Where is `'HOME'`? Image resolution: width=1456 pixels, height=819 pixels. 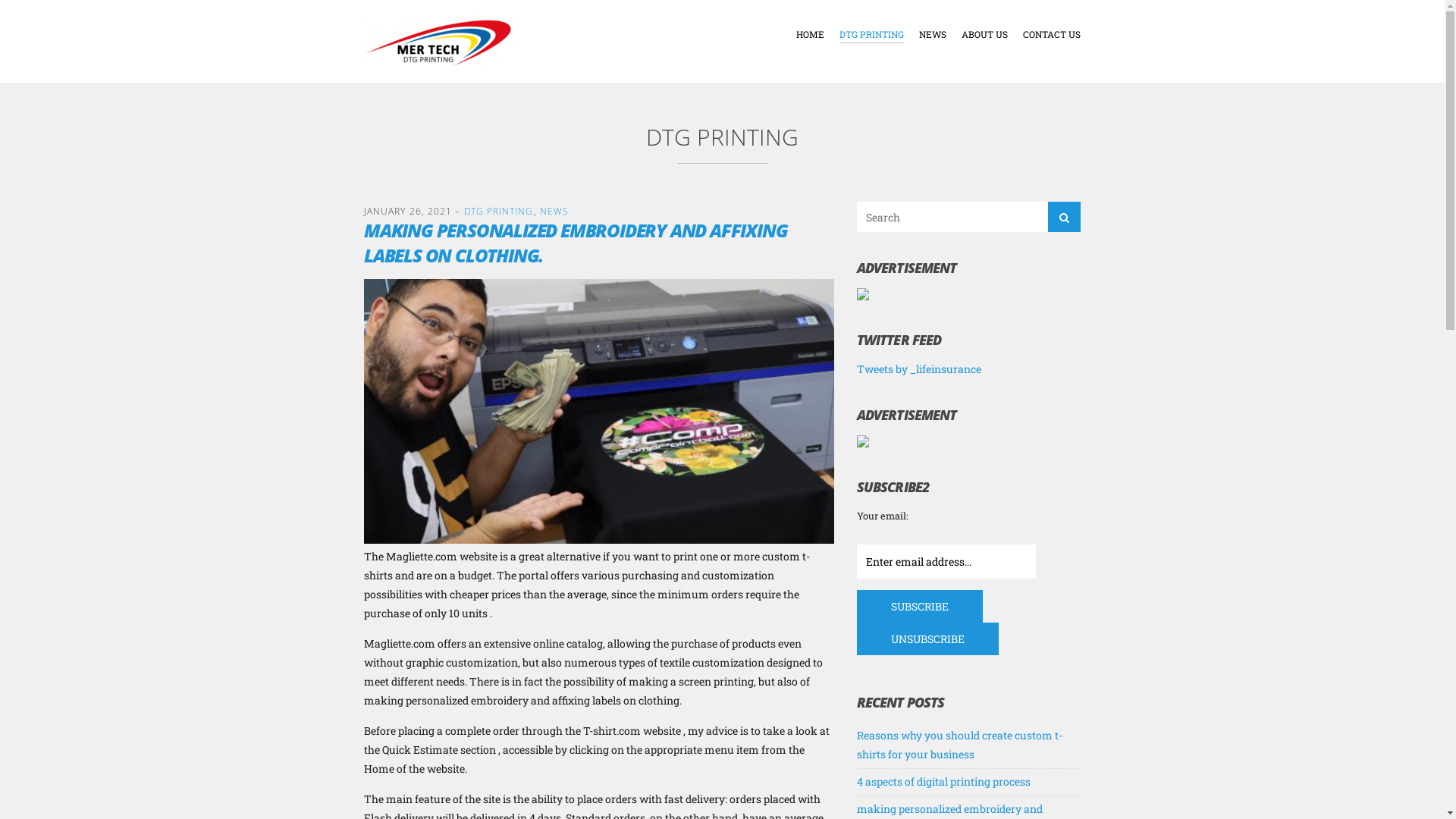
'HOME' is located at coordinates (809, 34).